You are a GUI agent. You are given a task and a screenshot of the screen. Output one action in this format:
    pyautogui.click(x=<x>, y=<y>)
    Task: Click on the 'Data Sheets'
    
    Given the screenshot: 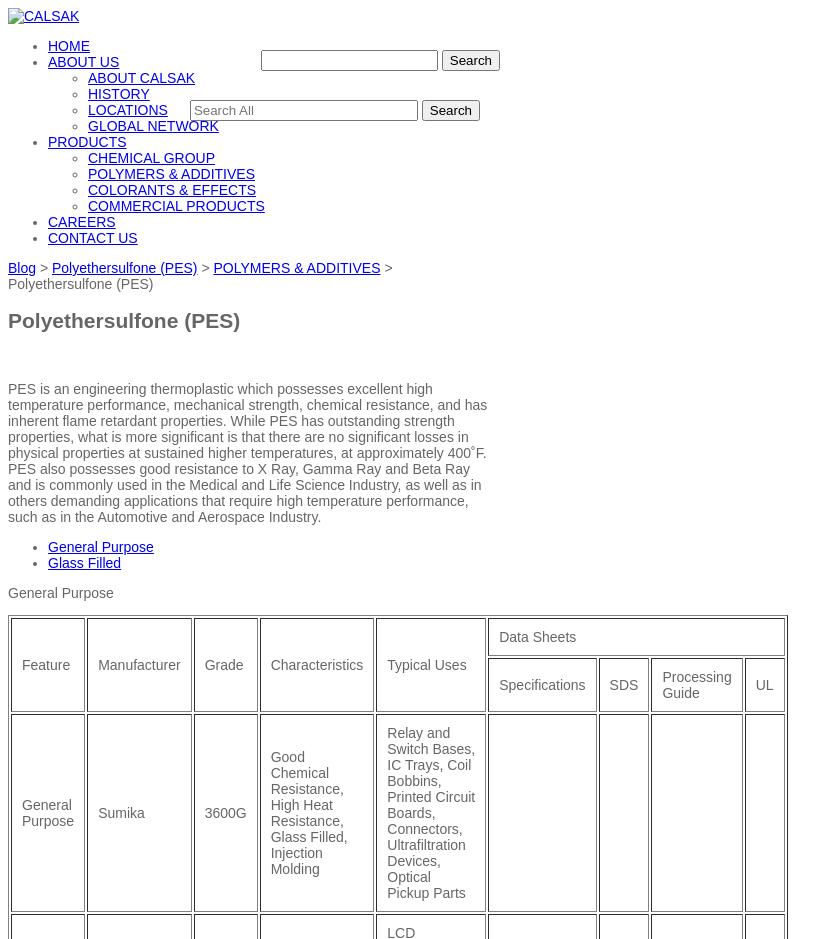 What is the action you would take?
    pyautogui.click(x=537, y=634)
    